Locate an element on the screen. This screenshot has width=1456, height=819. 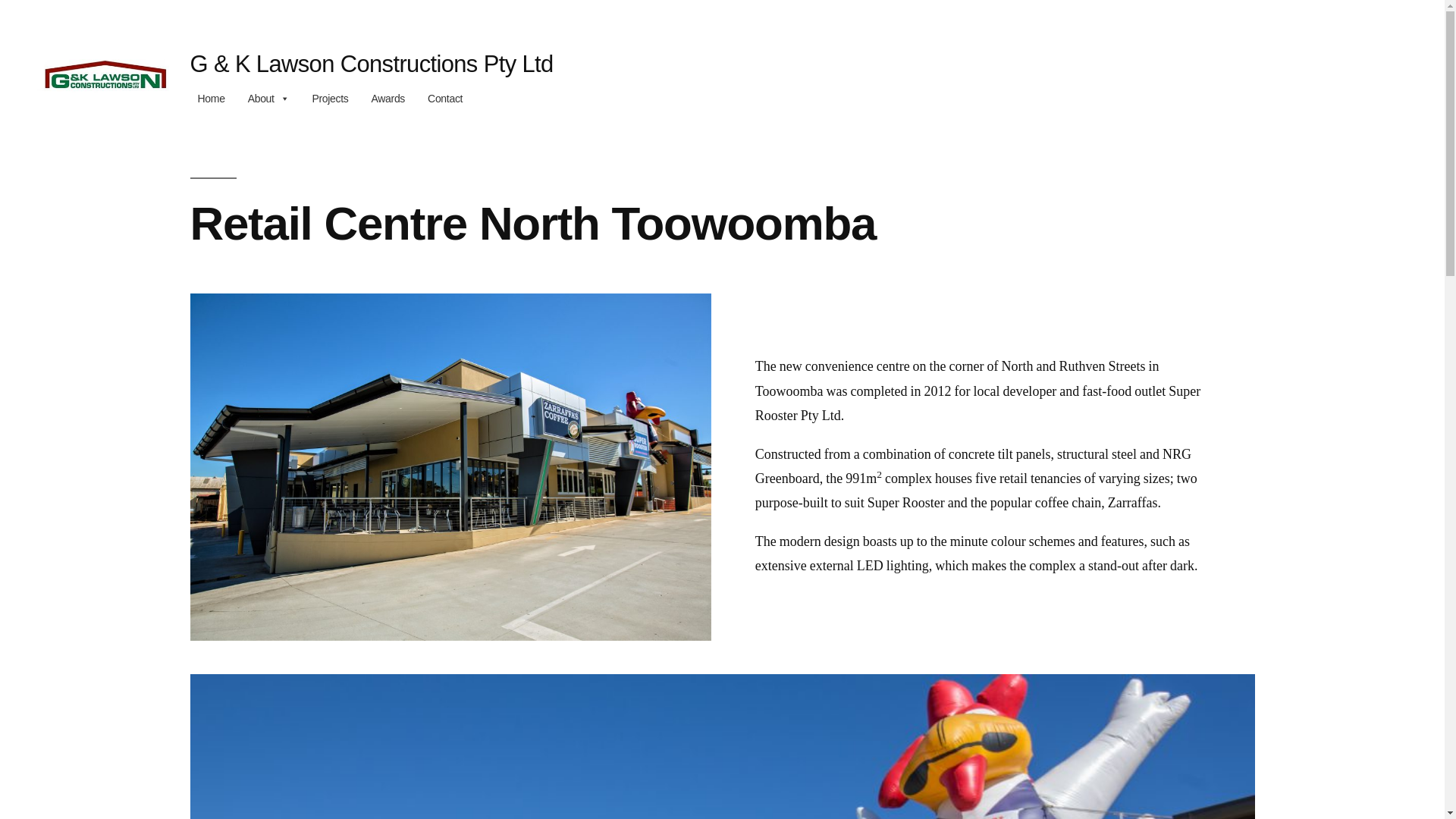
'Home' is located at coordinates (188, 99).